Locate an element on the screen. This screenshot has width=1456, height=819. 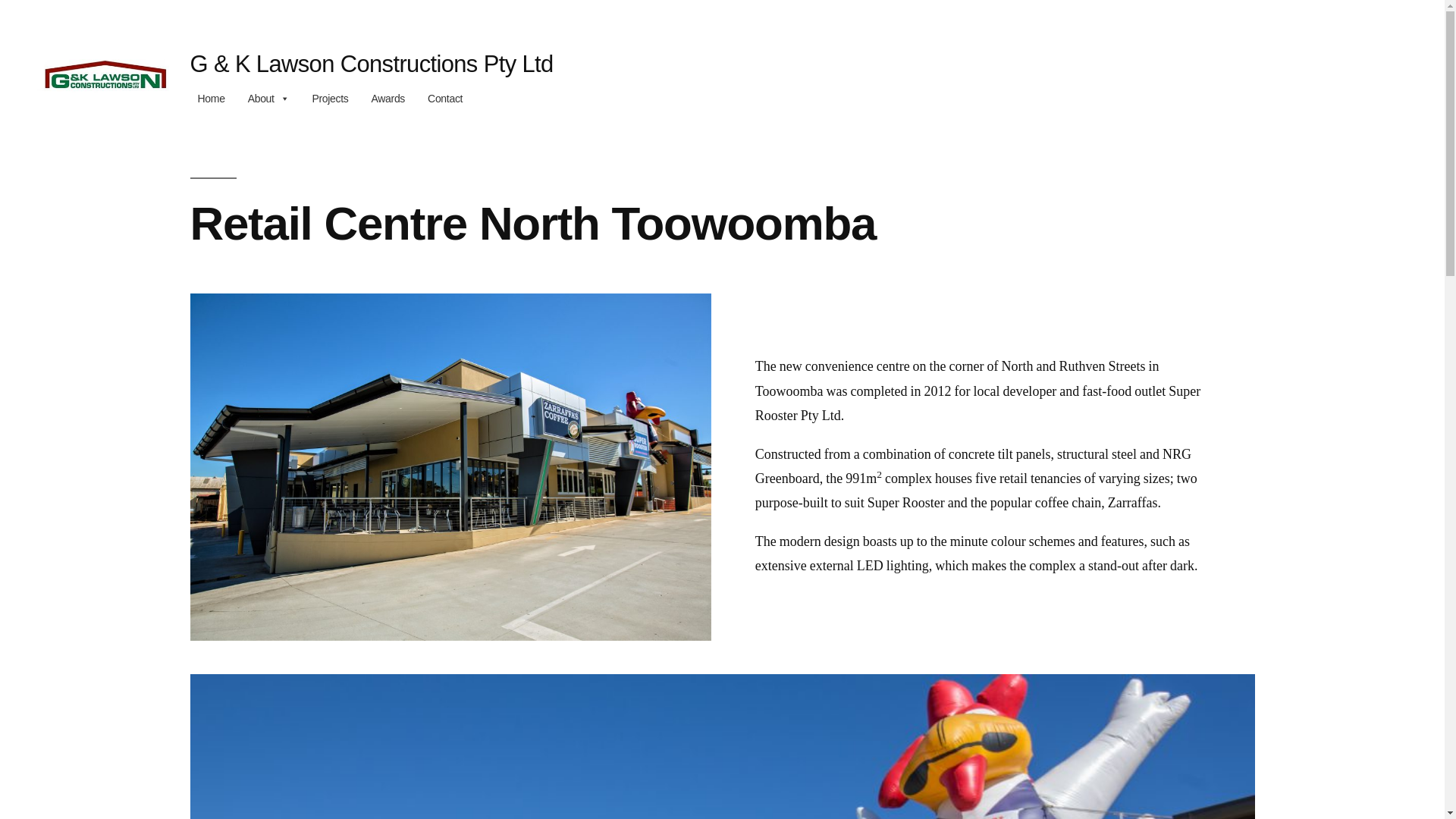
'Home' is located at coordinates (188, 99).